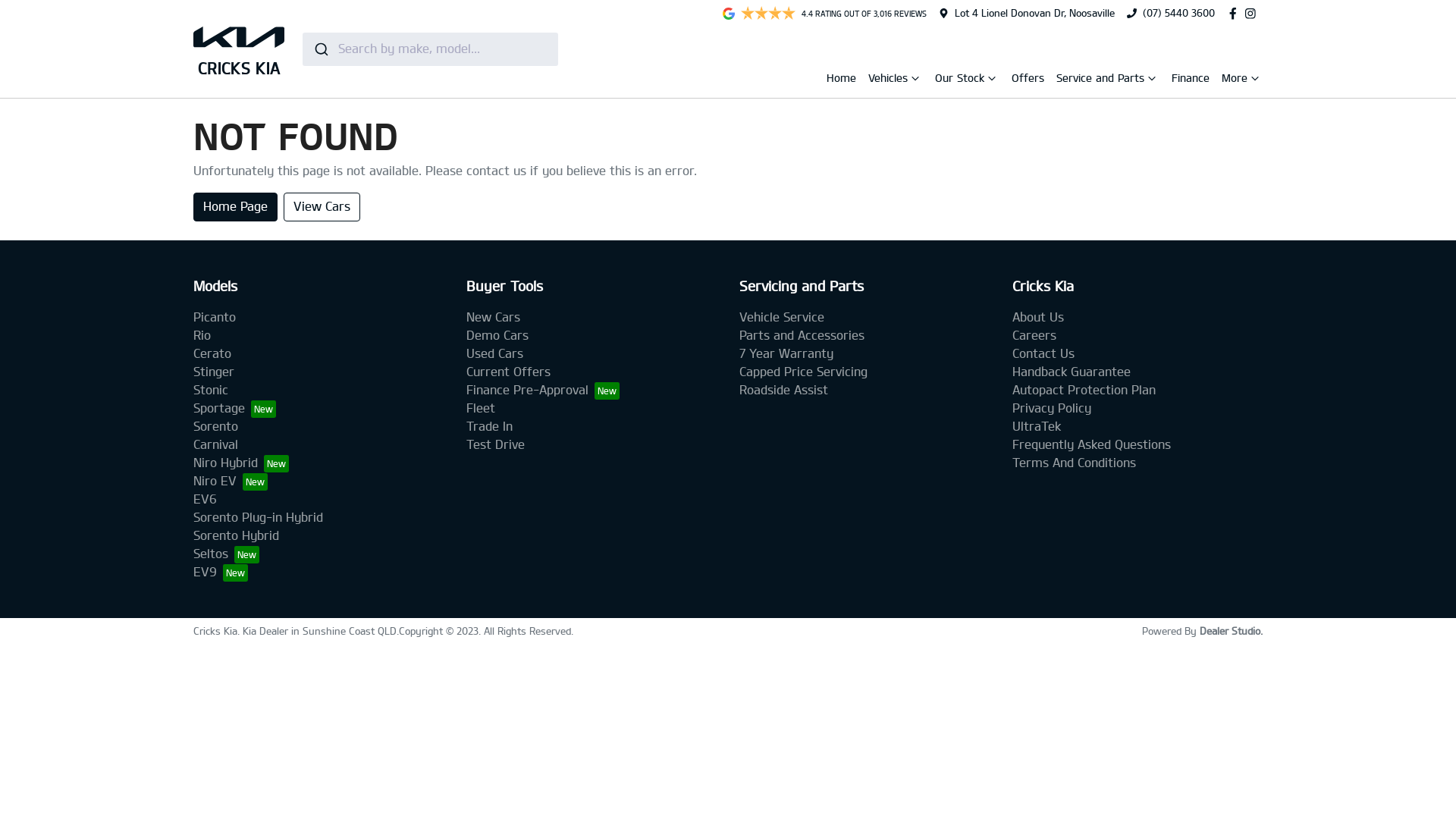  What do you see at coordinates (1043, 353) in the screenshot?
I see `'Contact Us'` at bounding box center [1043, 353].